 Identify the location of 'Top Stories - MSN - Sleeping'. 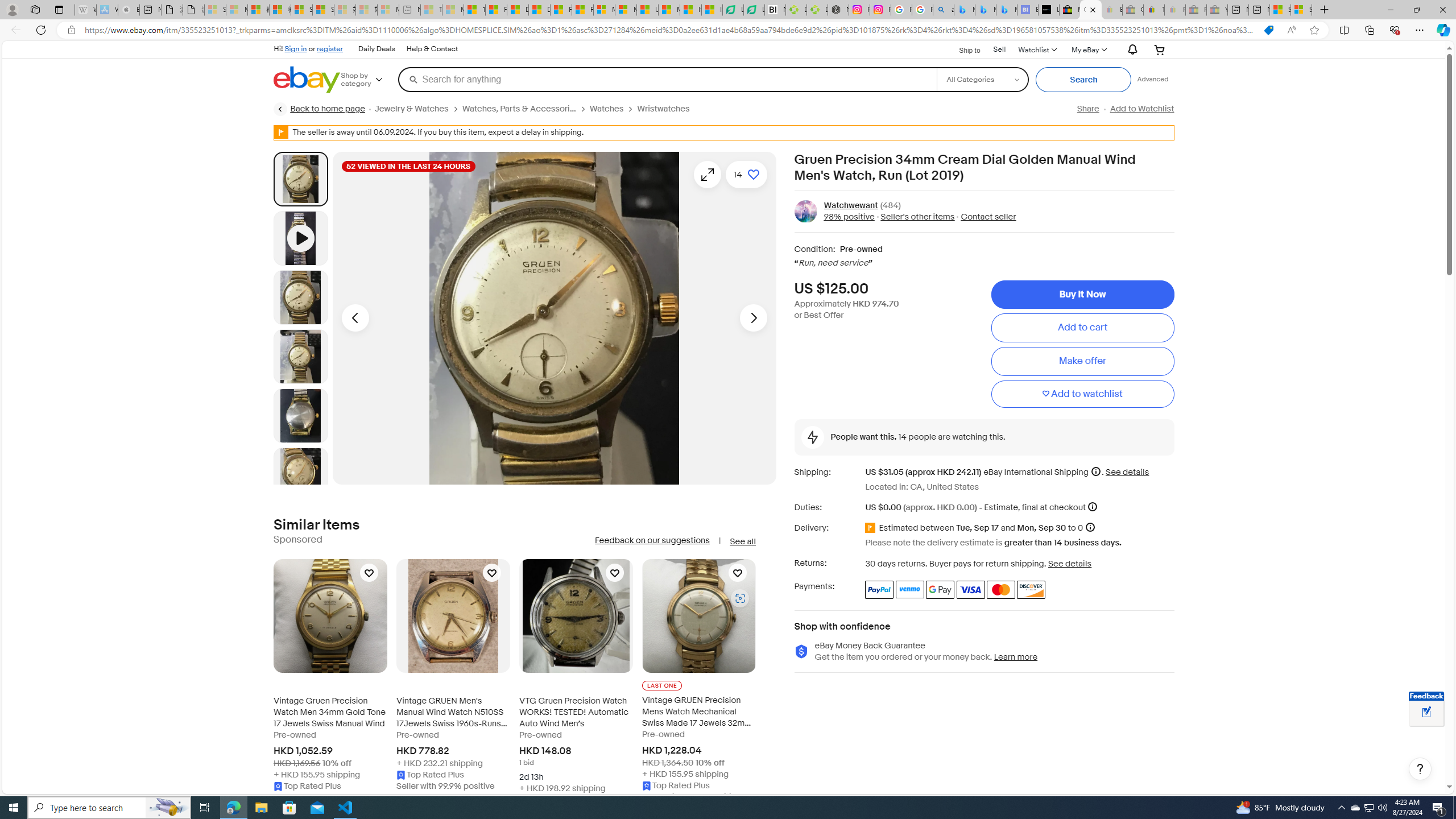
(431, 9).